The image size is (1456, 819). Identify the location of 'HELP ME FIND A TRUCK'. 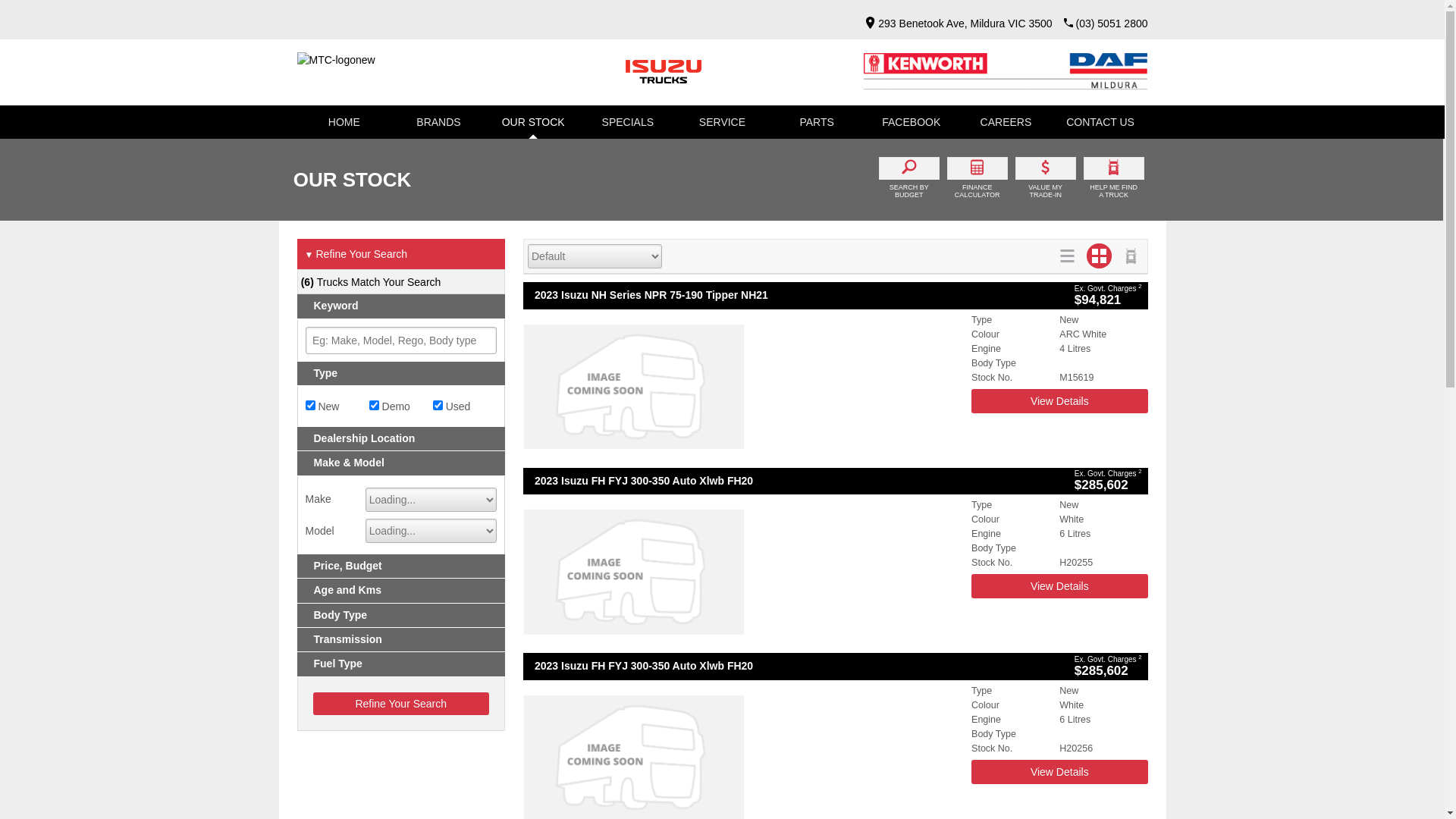
(1113, 178).